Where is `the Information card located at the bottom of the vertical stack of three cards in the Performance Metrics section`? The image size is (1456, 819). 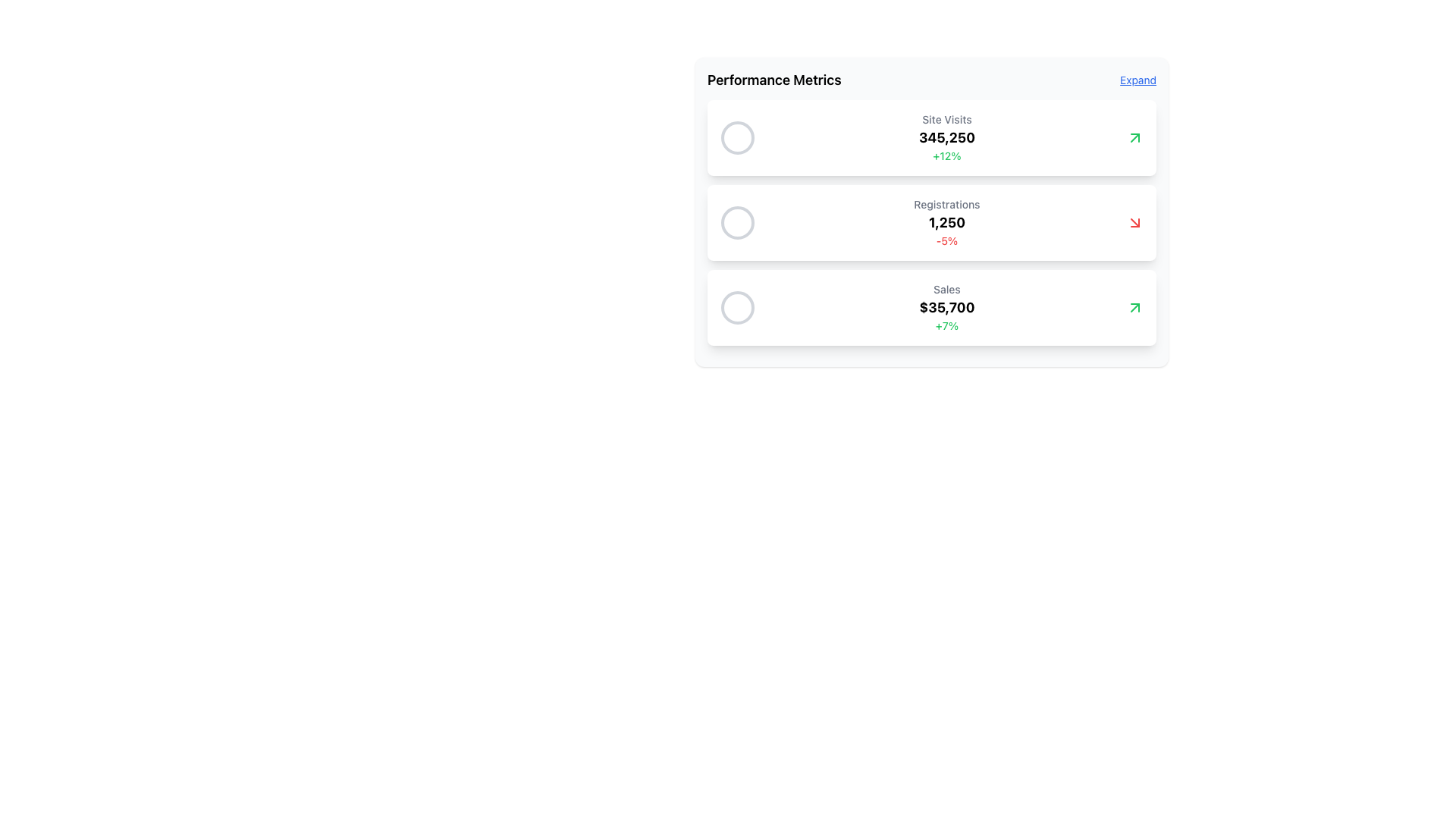
the Information card located at the bottom of the vertical stack of three cards in the Performance Metrics section is located at coordinates (930, 307).